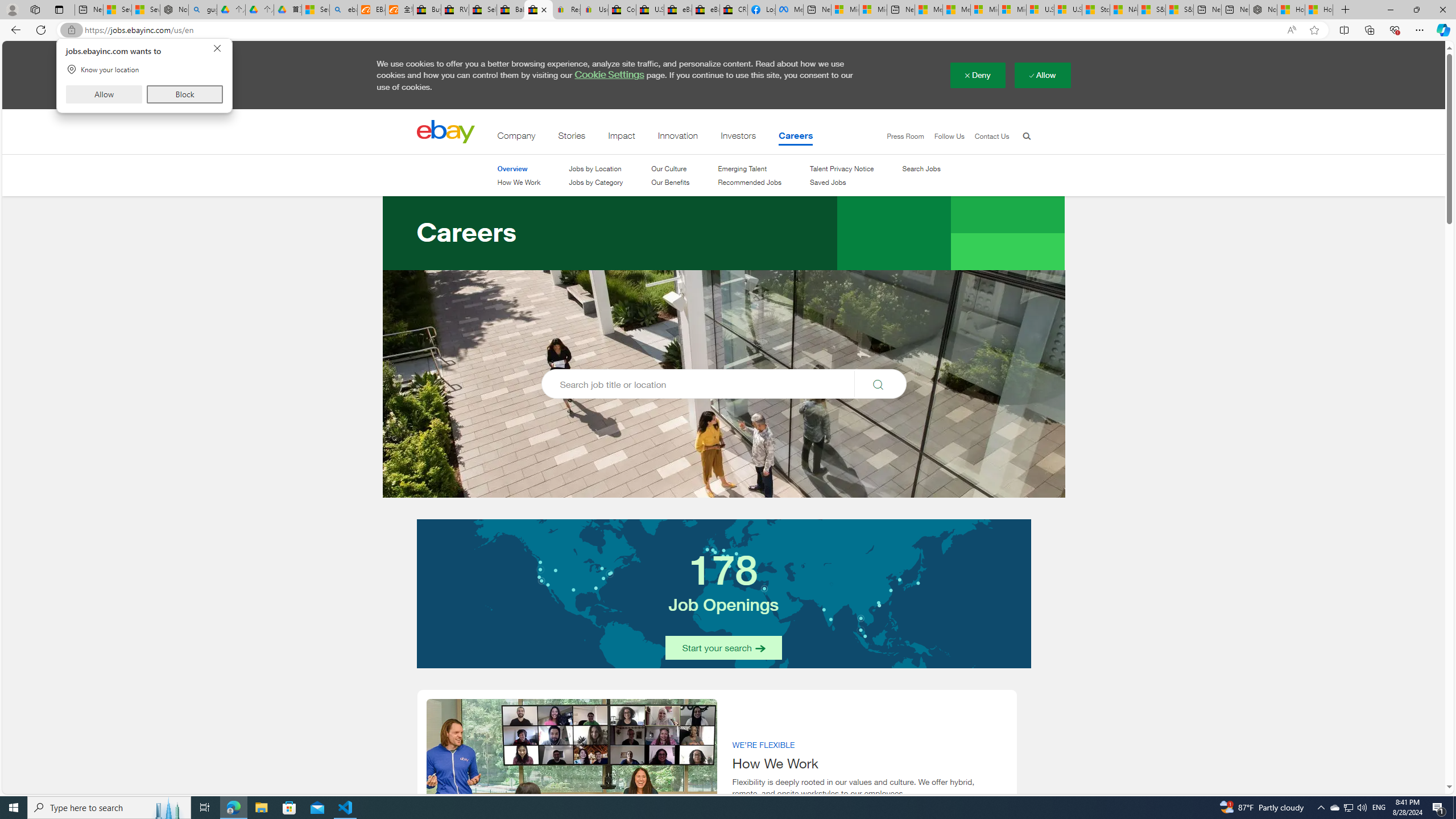  What do you see at coordinates (796, 138) in the screenshot?
I see `'Careers'` at bounding box center [796, 138].